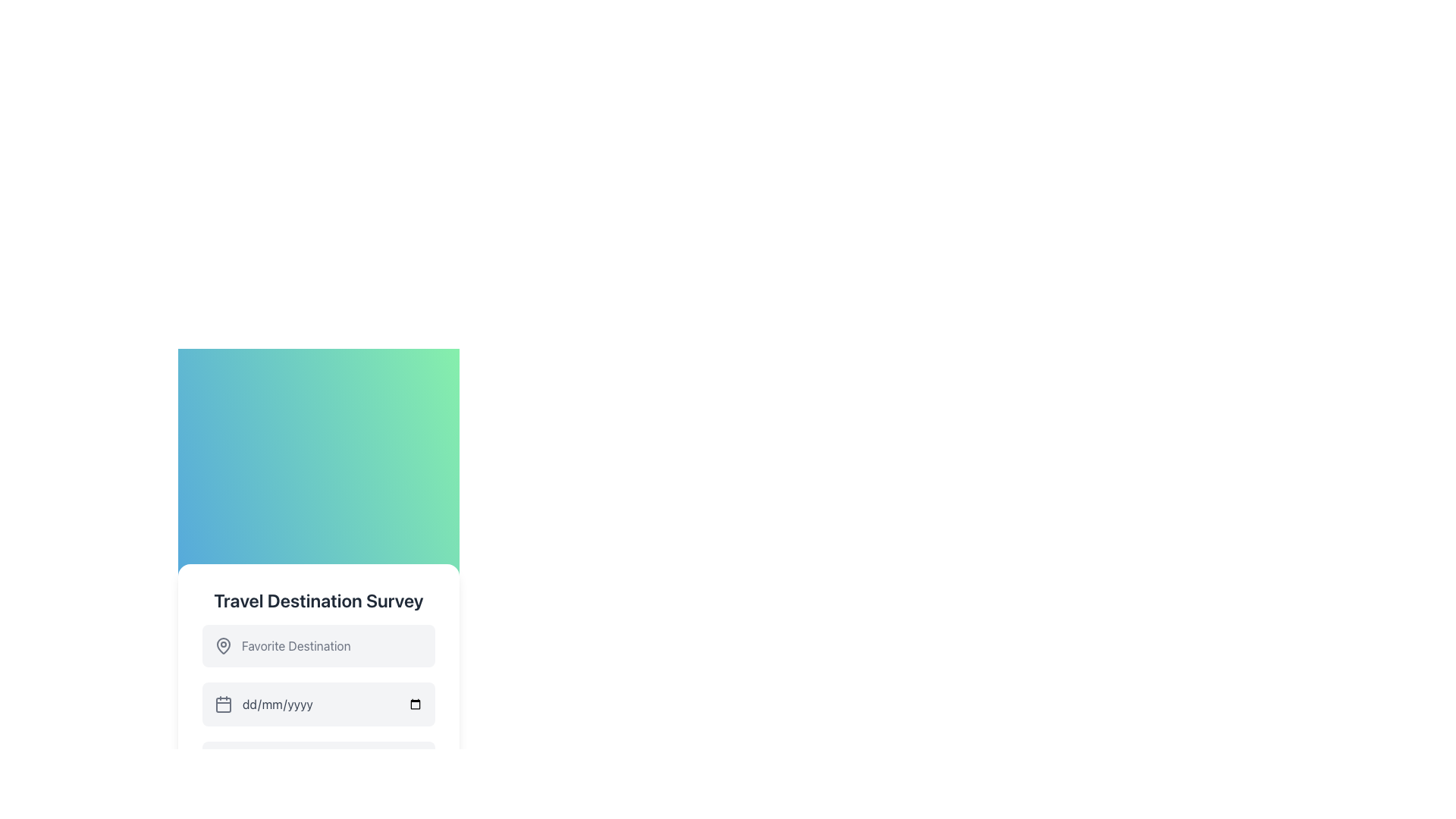 This screenshot has width=1456, height=819. Describe the element at coordinates (222, 645) in the screenshot. I see `the decorative component of the map pin icon located near the top-left within a subsection of a form-like interface` at that location.